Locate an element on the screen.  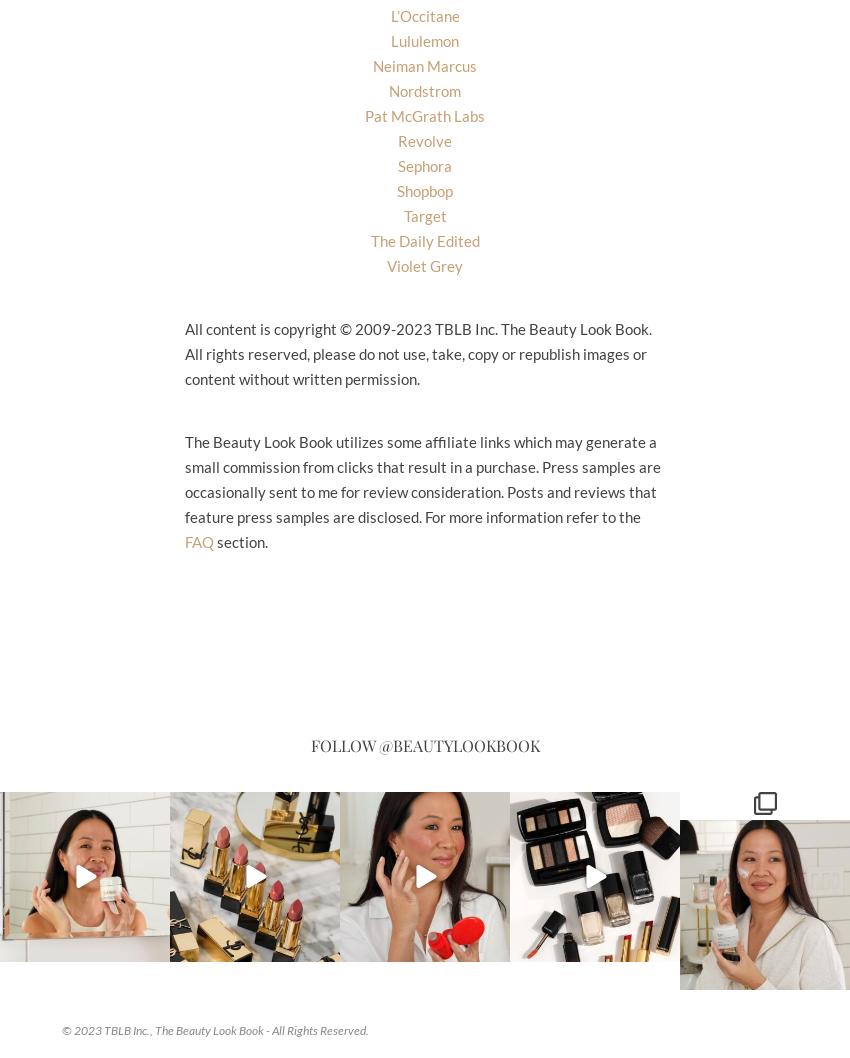
'Nordstrom' is located at coordinates (425, 89).